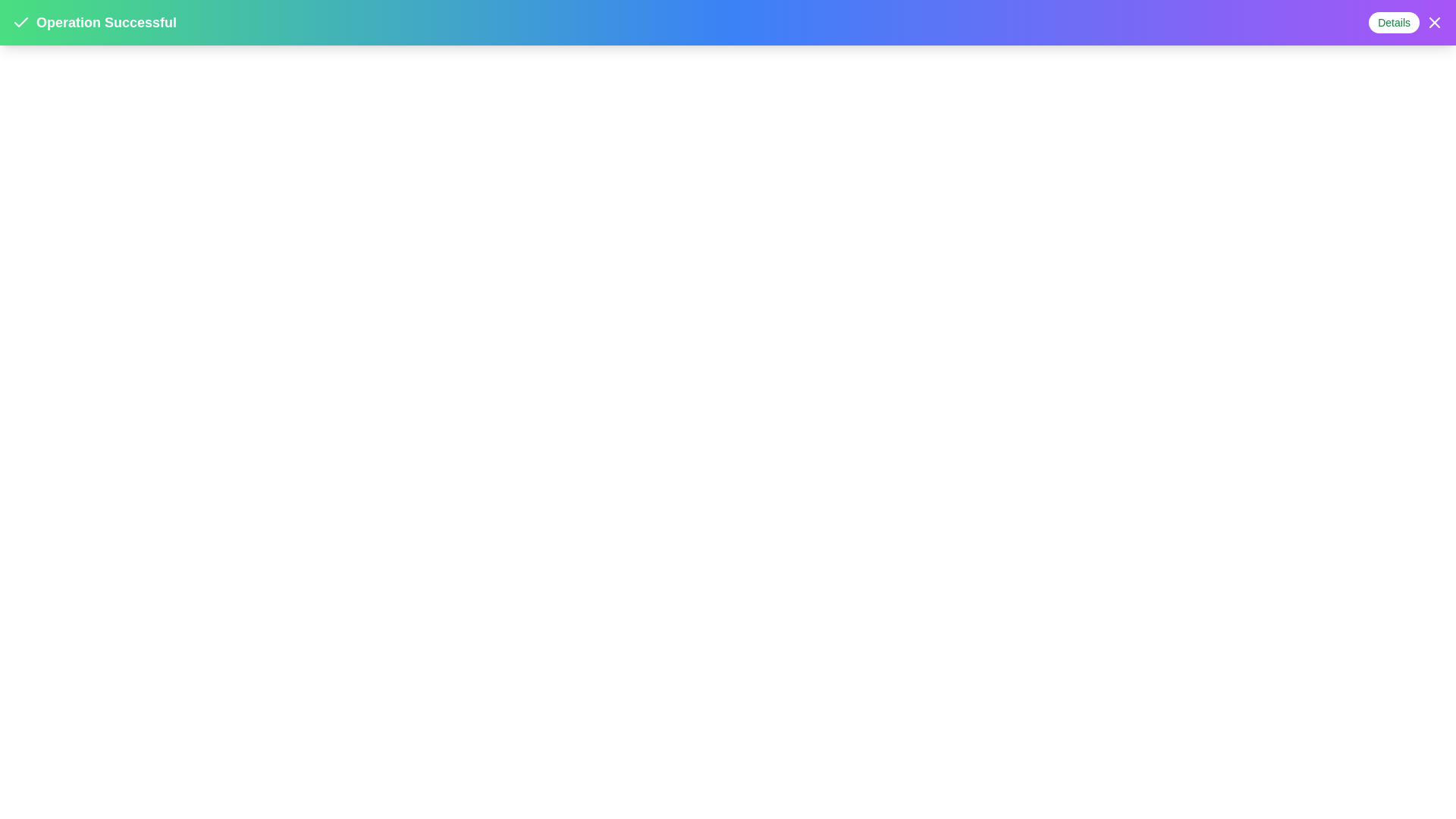 This screenshot has height=819, width=1456. I want to click on the text label displaying 'Operation Successful', which is styled in large bold font and located in the upper-left quadrant with a green background, so click(105, 23).